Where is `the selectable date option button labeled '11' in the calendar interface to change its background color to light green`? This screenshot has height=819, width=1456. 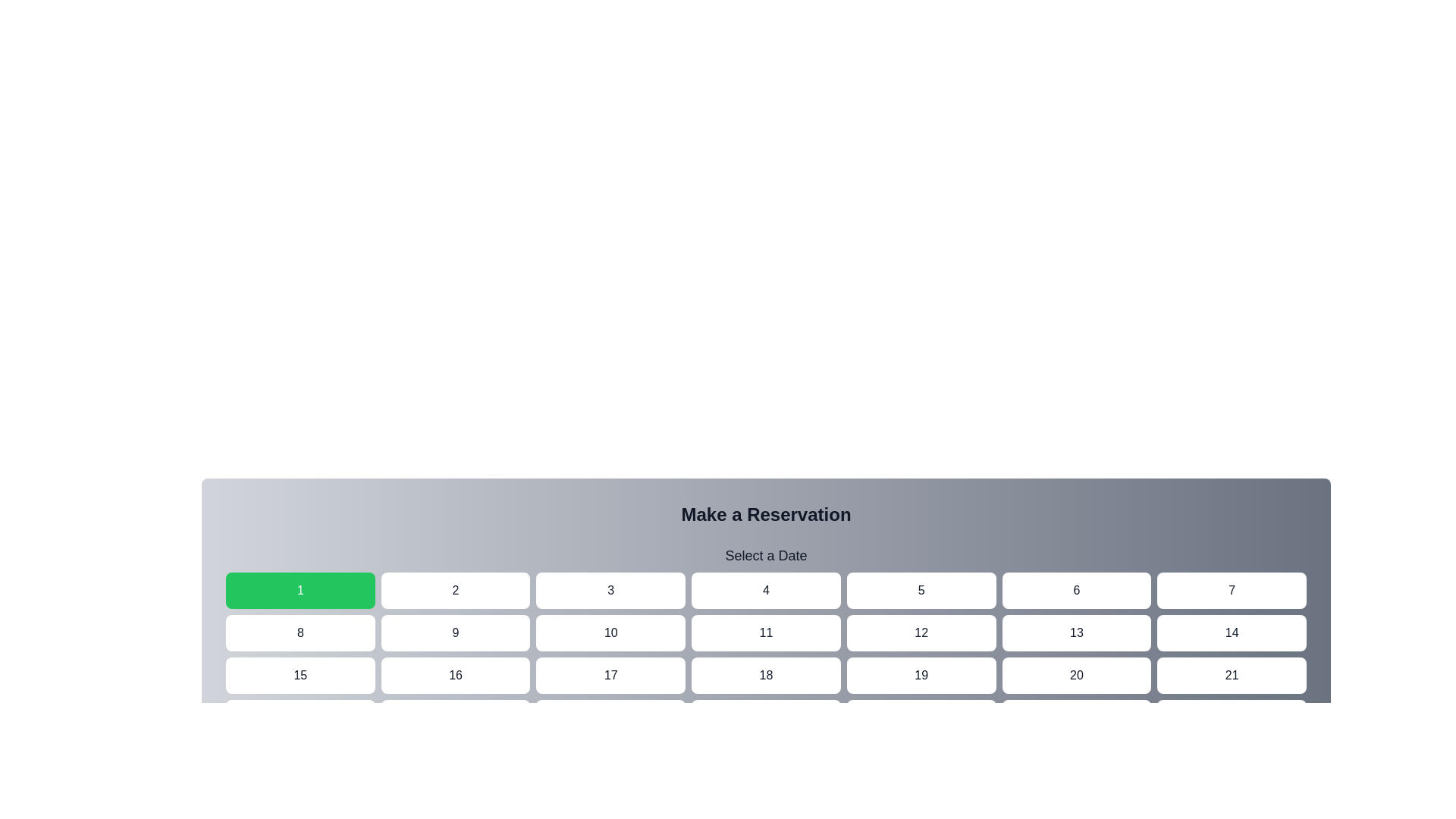 the selectable date option button labeled '11' in the calendar interface to change its background color to light green is located at coordinates (766, 632).